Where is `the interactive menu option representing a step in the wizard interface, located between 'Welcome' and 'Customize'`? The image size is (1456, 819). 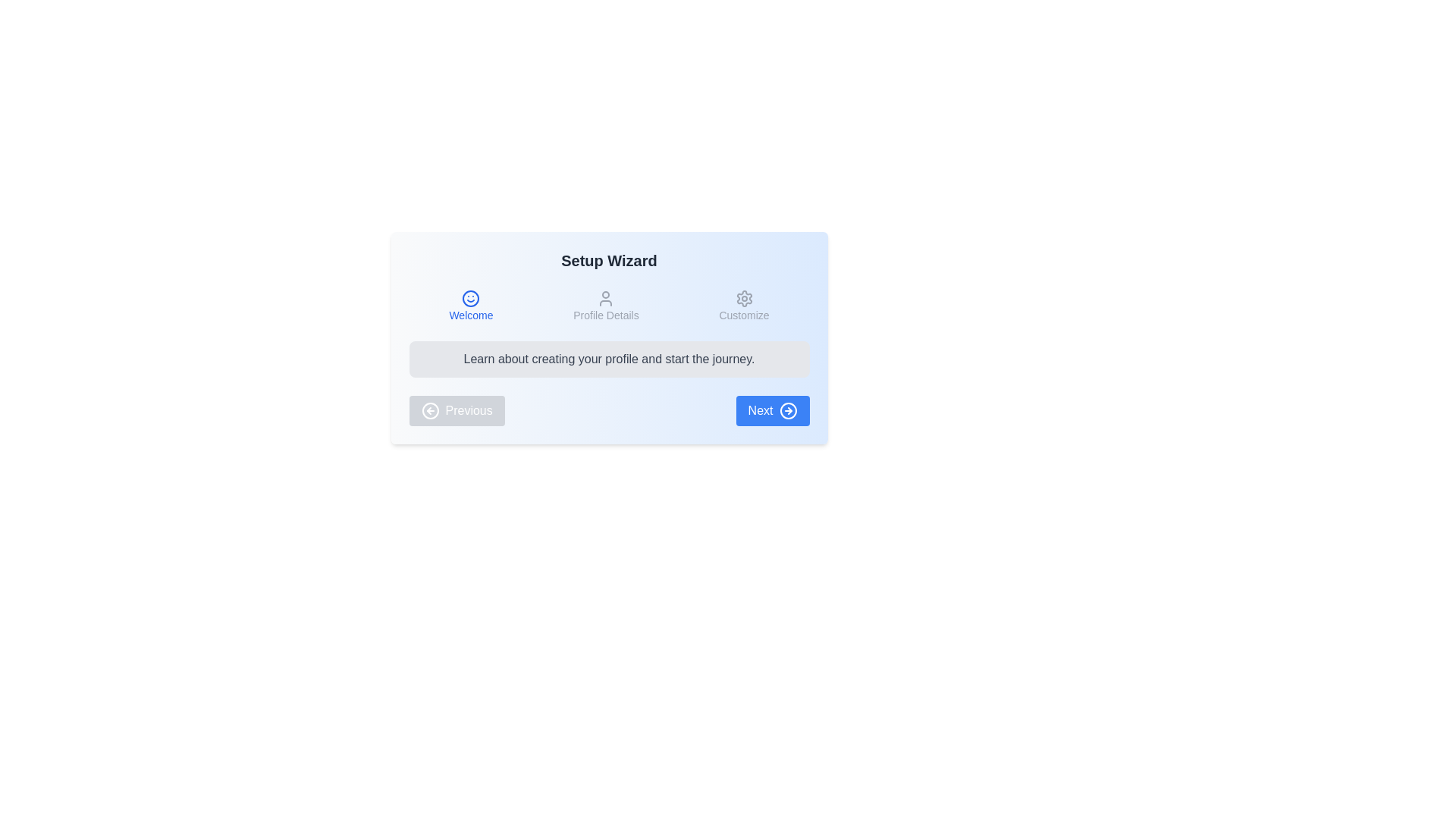 the interactive menu option representing a step in the wizard interface, located between 'Welcome' and 'Customize' is located at coordinates (605, 306).